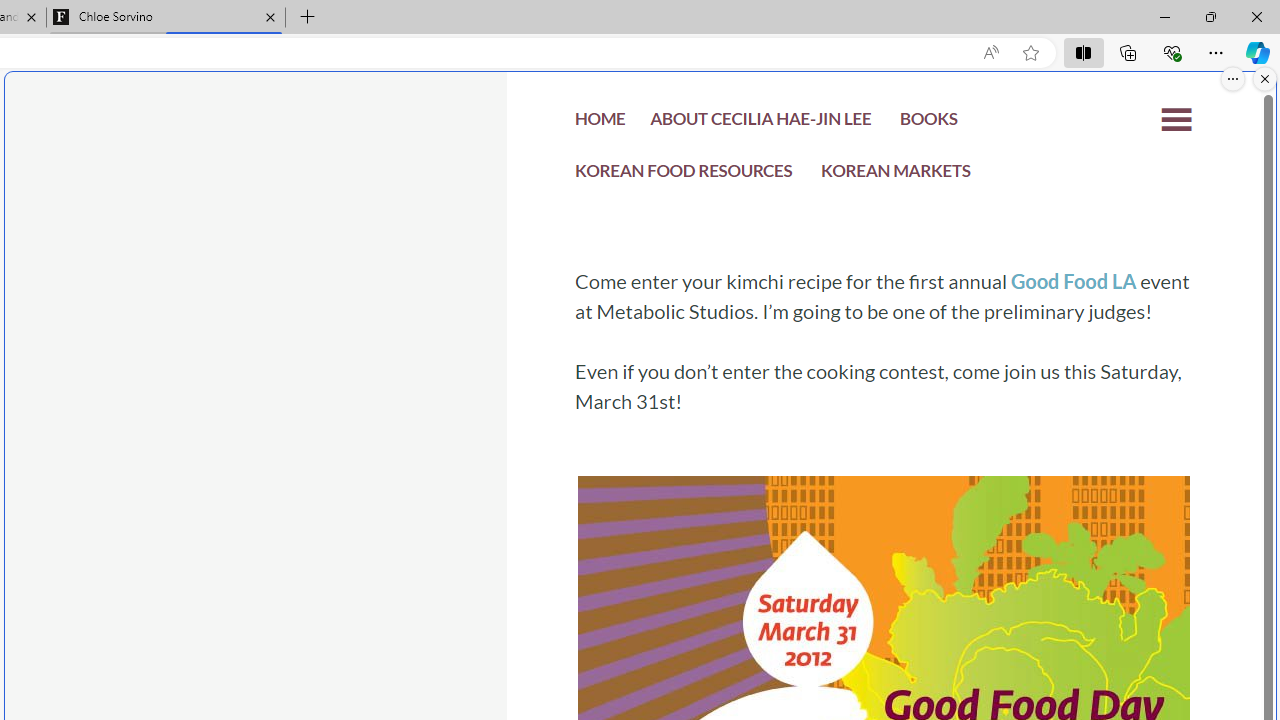 This screenshot has height=720, width=1280. What do you see at coordinates (599, 124) in the screenshot?
I see `'HOME'` at bounding box center [599, 124].